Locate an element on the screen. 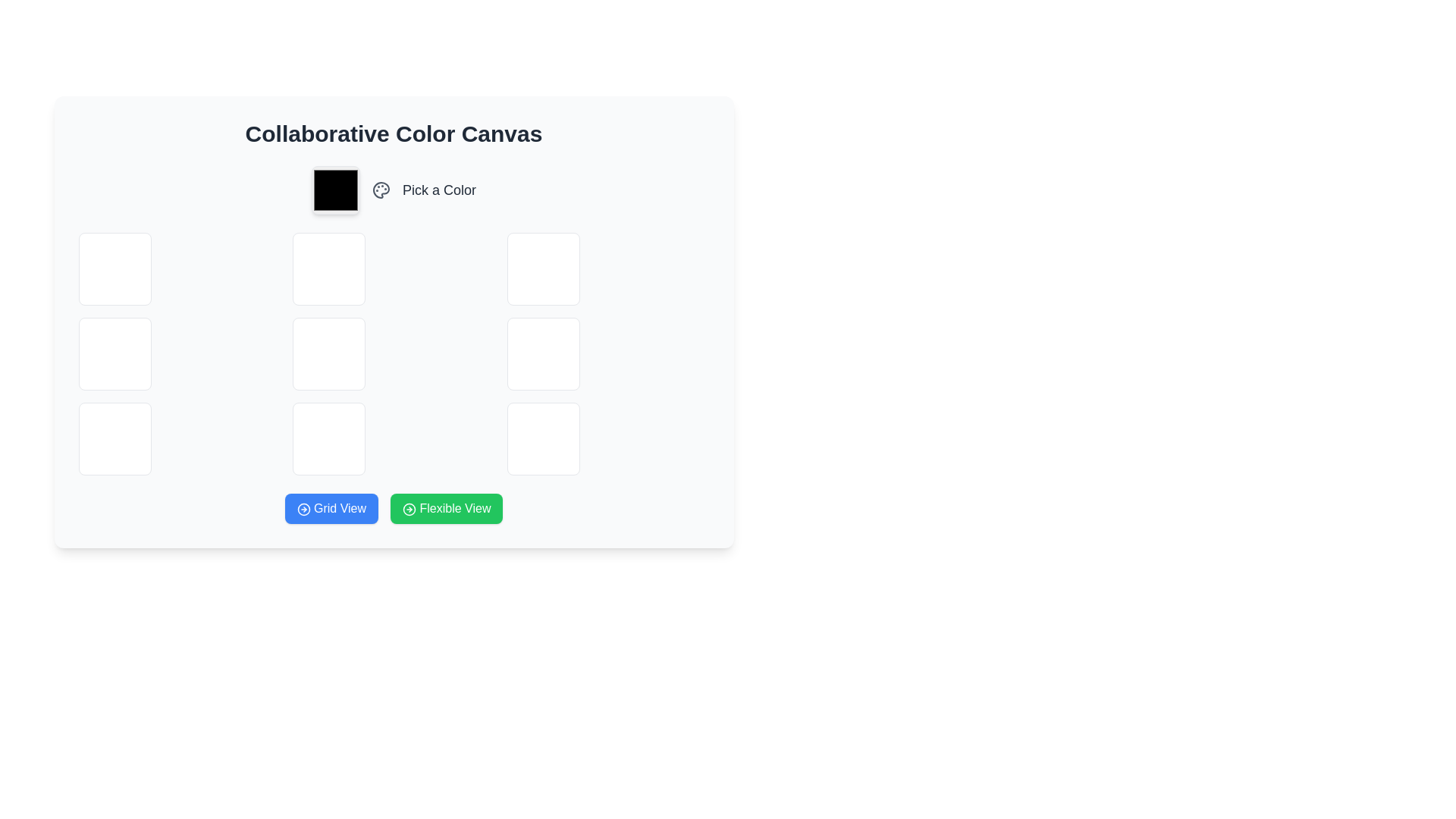 Image resolution: width=1456 pixels, height=819 pixels. the text label that reads 'Pick a Color', which is styled with a medium font size and dark gray text color, located to the right of a black square color picker is located at coordinates (438, 189).